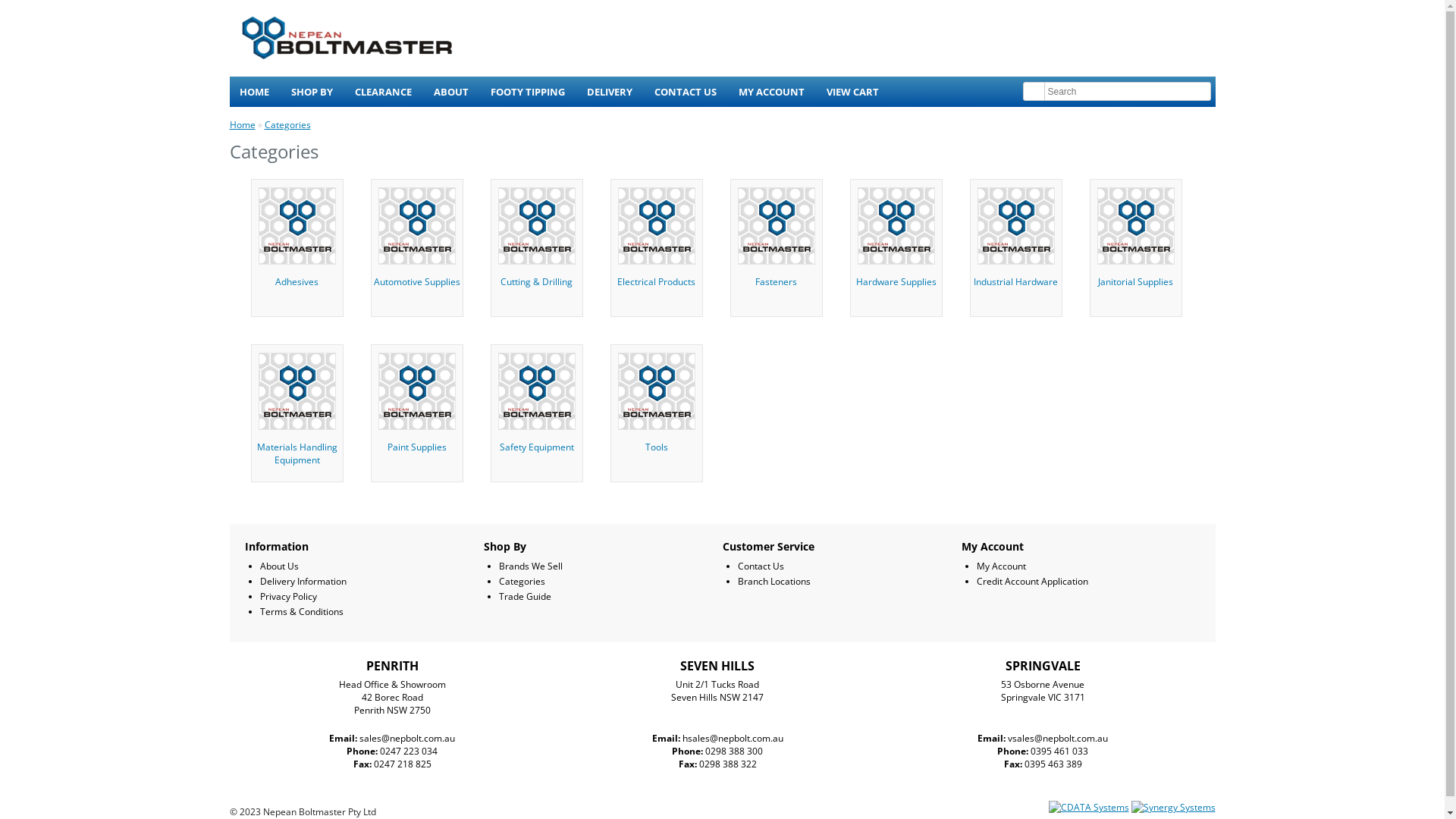  Describe the element at coordinates (240, 124) in the screenshot. I see `'Home'` at that location.